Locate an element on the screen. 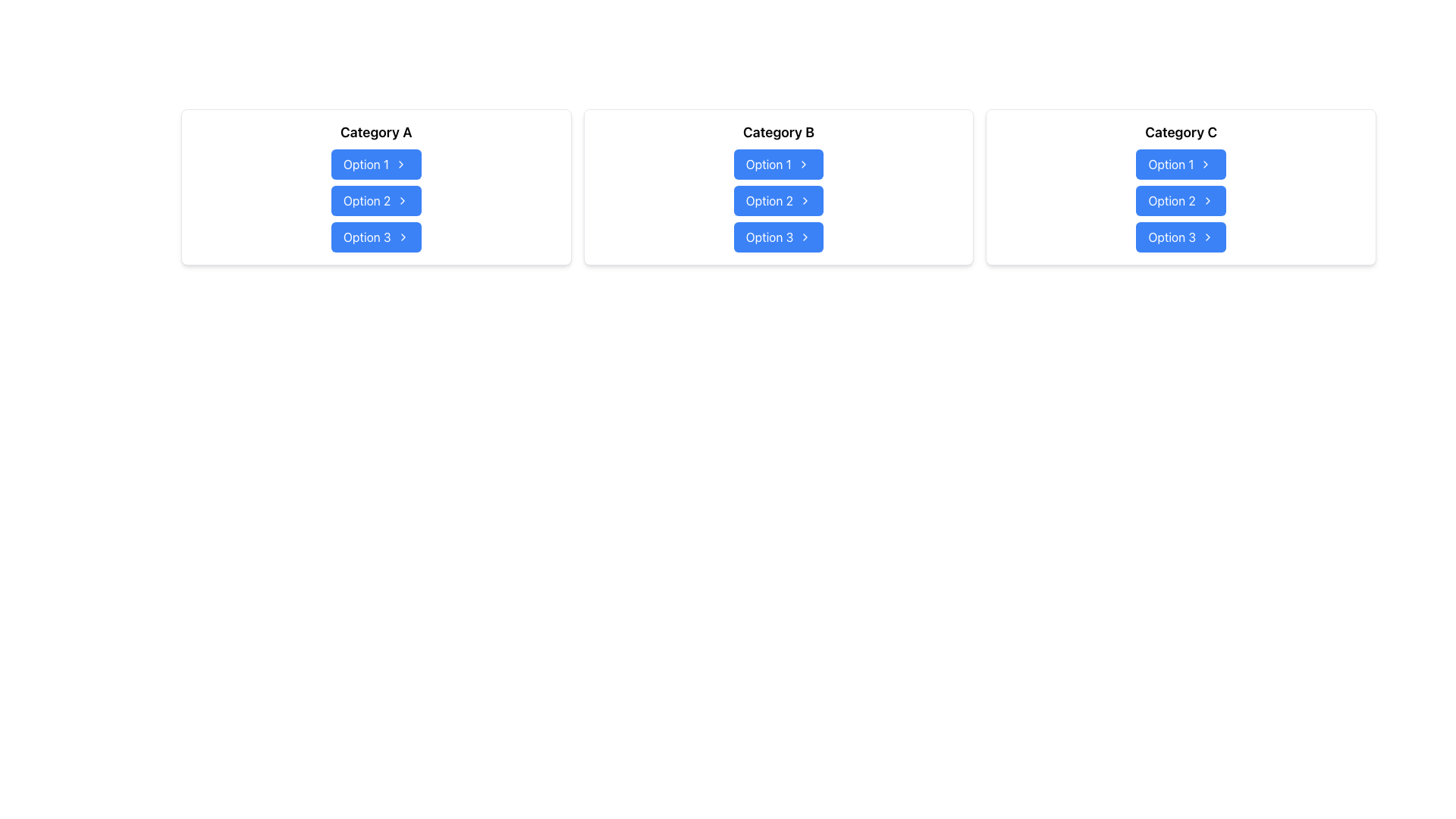  the heading text 'Category C' located at the top of the third card from the left, which is styled in bold and larger font, above a list of blue buttons is located at coordinates (1180, 131).